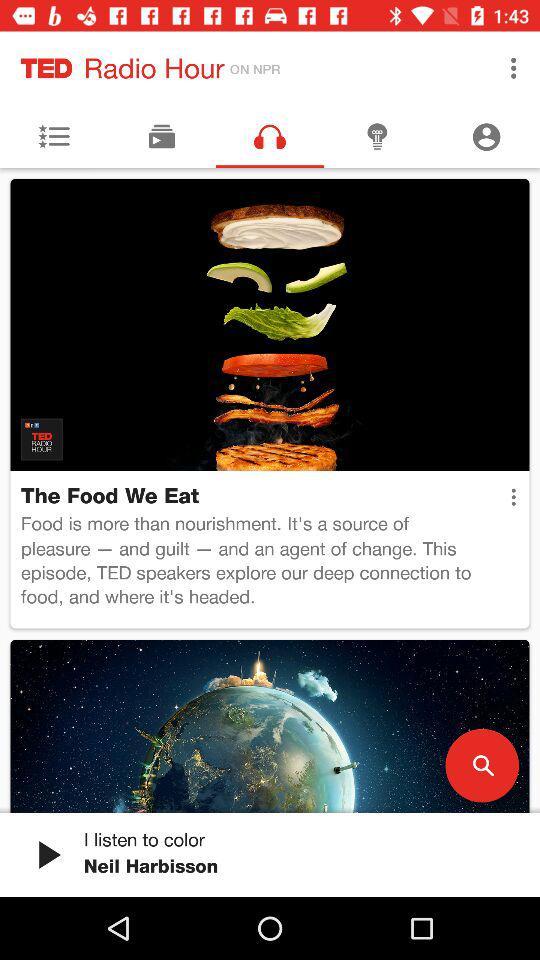 This screenshot has width=540, height=960. What do you see at coordinates (513, 496) in the screenshot?
I see `the item on the right` at bounding box center [513, 496].